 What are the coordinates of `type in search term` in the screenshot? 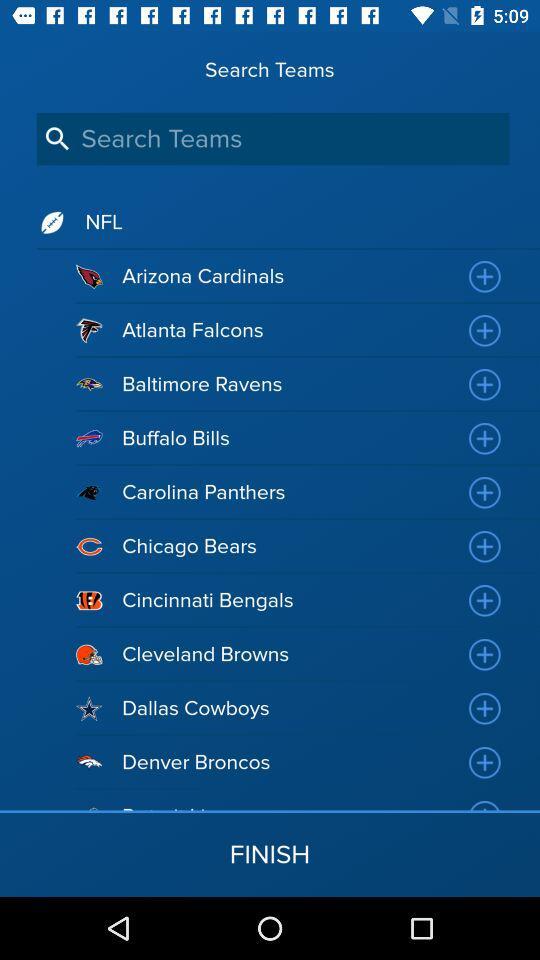 It's located at (272, 138).